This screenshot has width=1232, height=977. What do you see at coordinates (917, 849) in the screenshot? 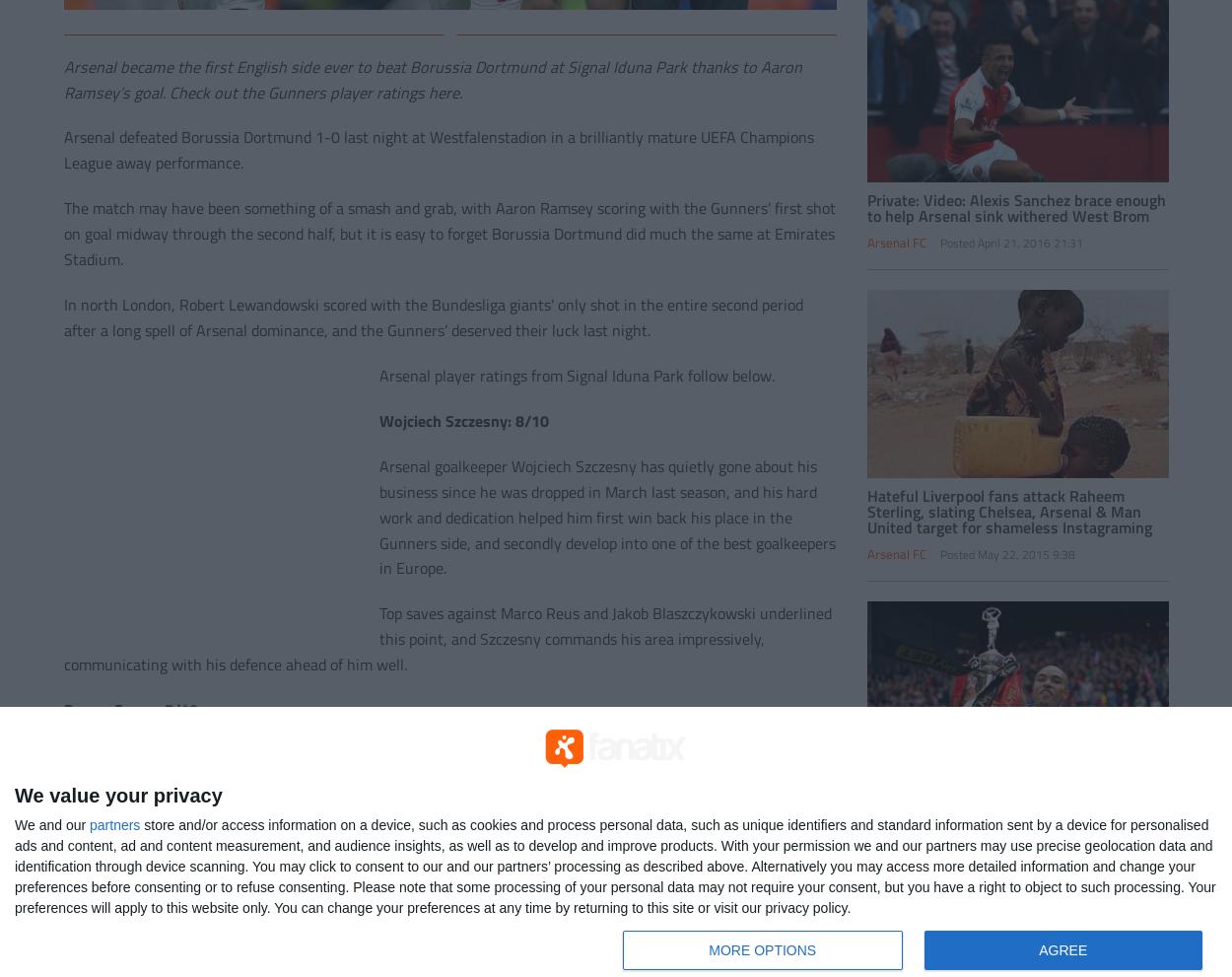
I see `'AFC Bournemouth'` at bounding box center [917, 849].